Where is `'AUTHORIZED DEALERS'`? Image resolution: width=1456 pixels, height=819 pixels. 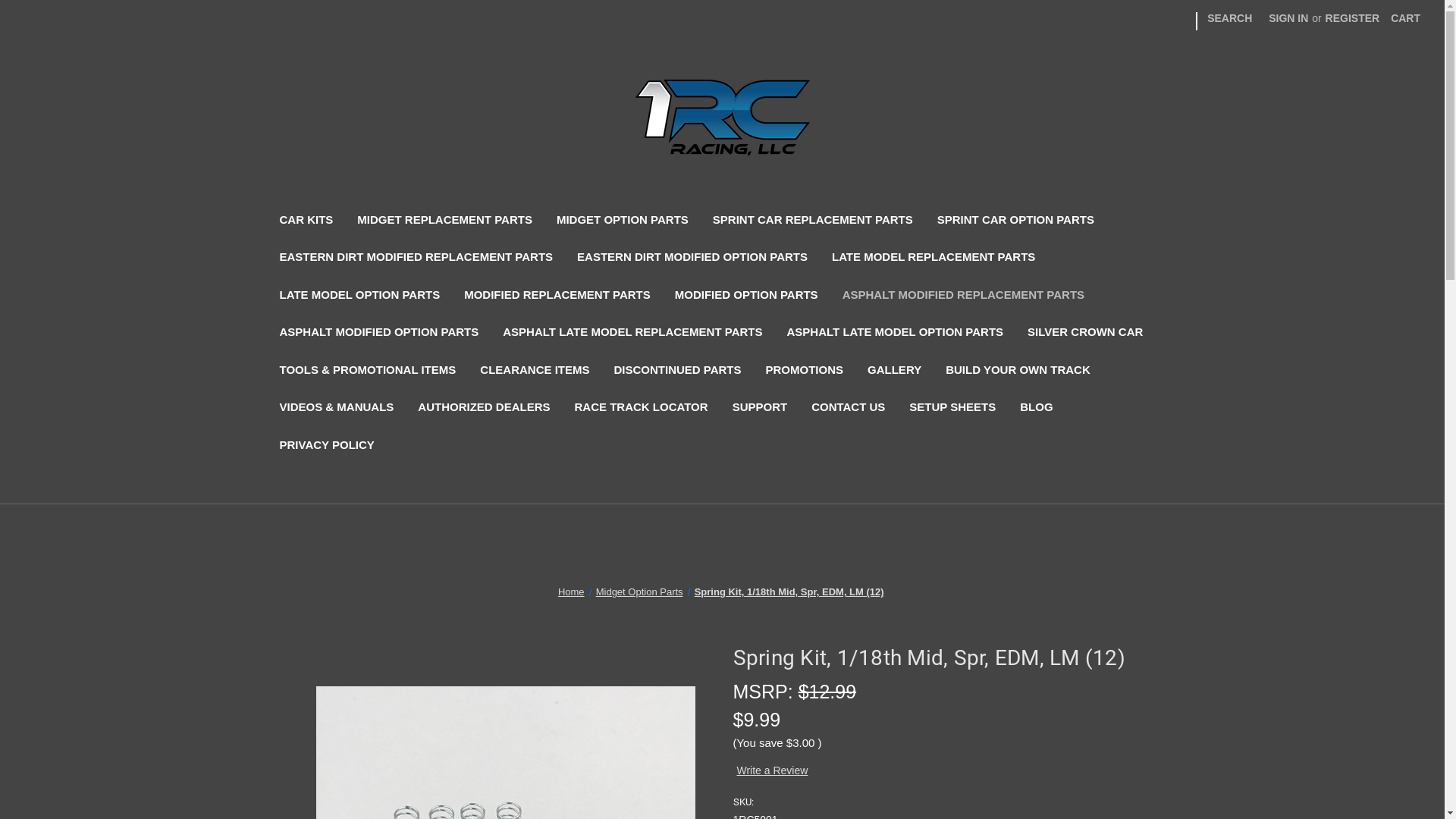
'AUTHORIZED DEALERS' is located at coordinates (405, 408).